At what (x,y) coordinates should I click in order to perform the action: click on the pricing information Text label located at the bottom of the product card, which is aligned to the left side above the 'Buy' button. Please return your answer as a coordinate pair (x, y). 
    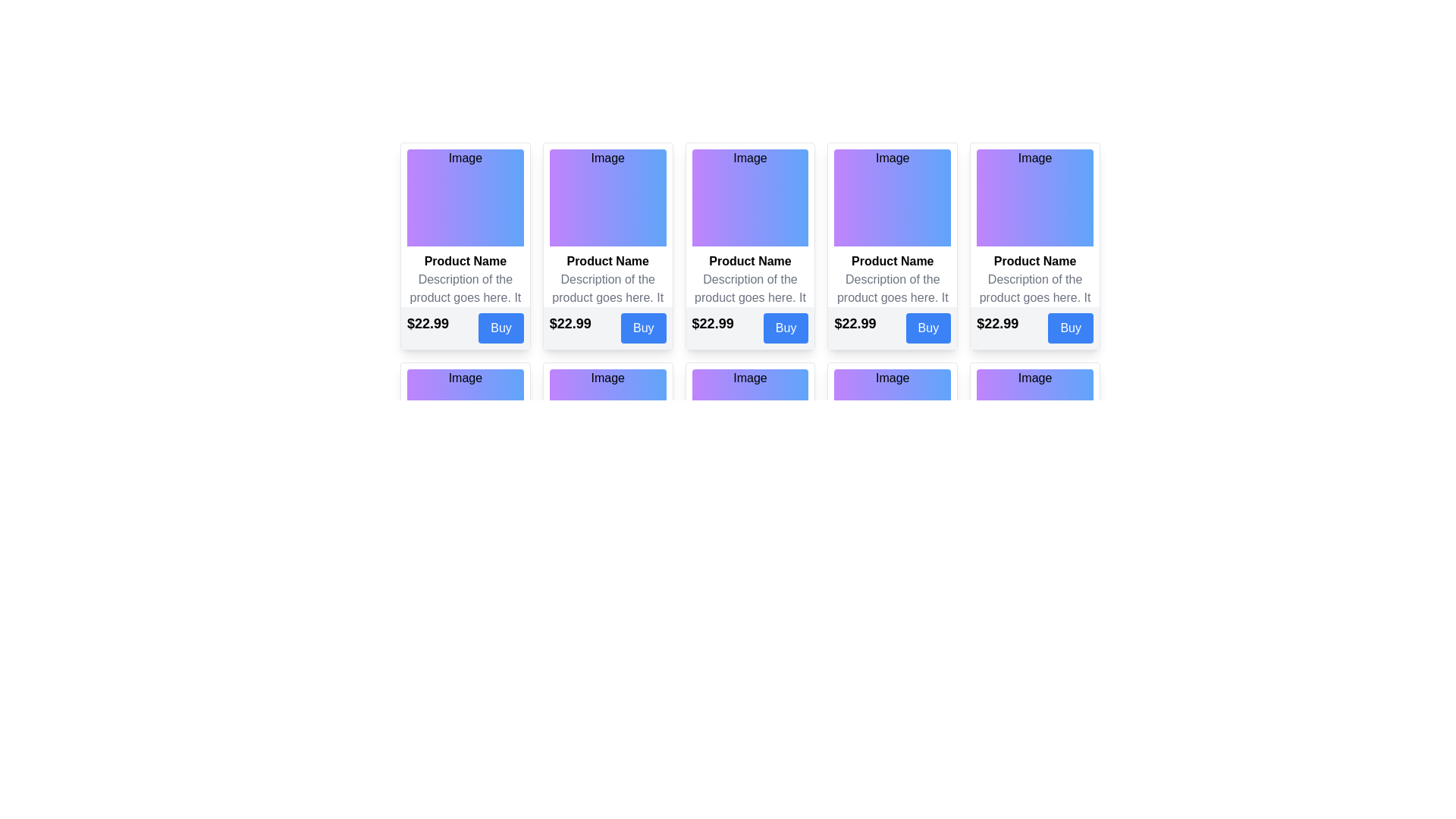
    Looking at the image, I should click on (427, 327).